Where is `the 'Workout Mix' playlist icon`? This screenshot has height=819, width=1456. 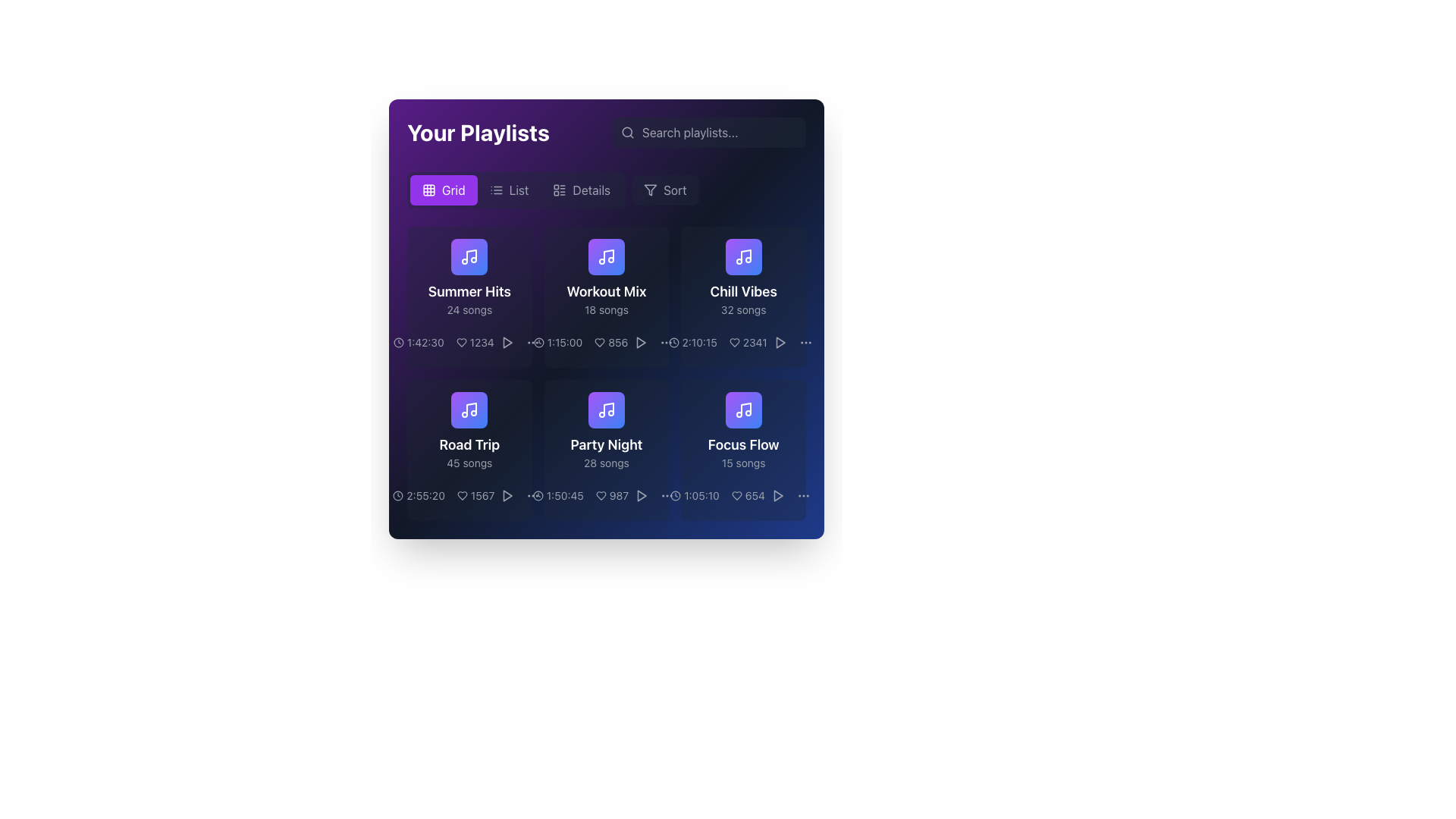
the 'Workout Mix' playlist icon is located at coordinates (607, 256).